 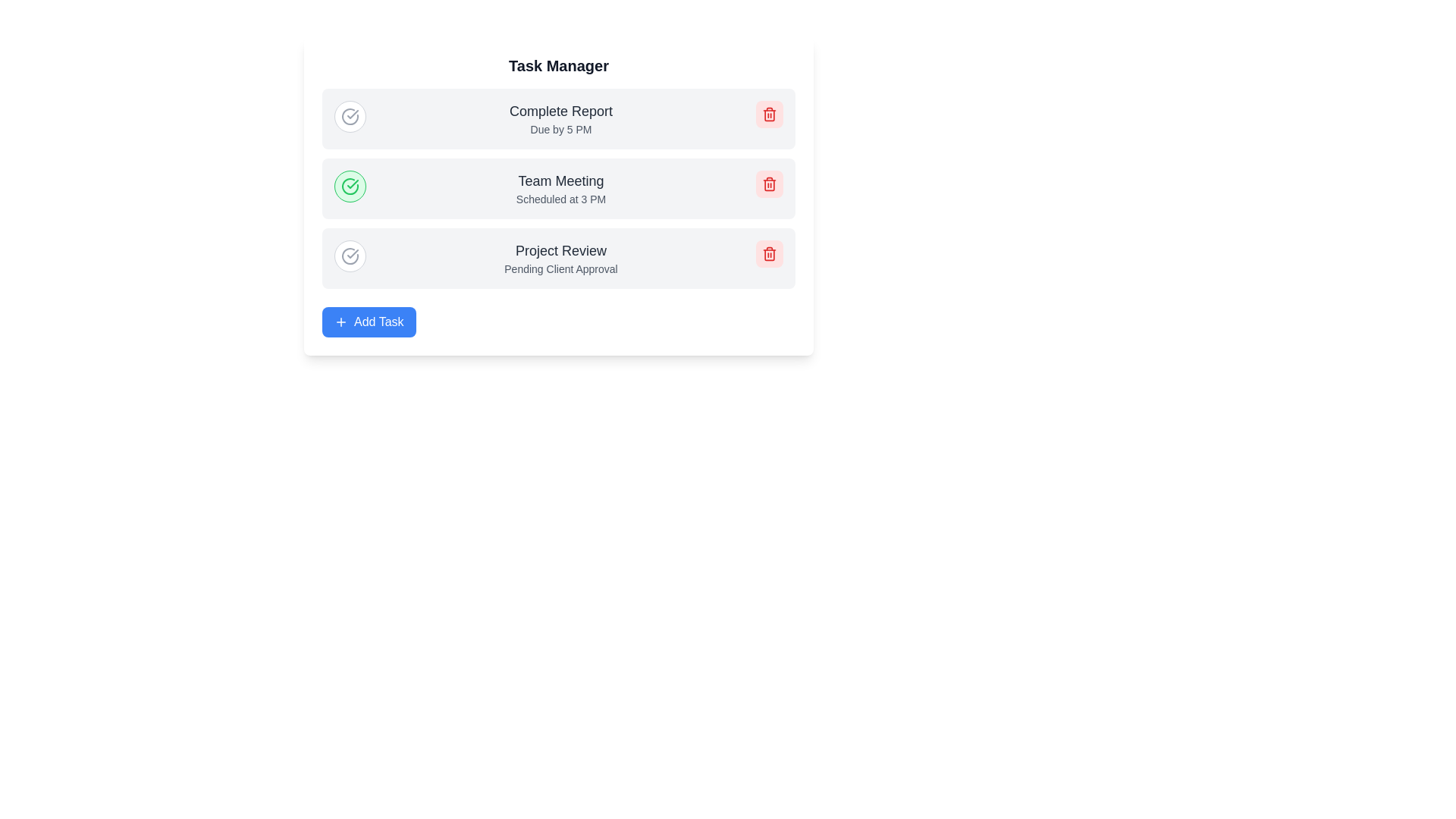 What do you see at coordinates (769, 184) in the screenshot?
I see `the red trash bin icon associated with delete actions` at bounding box center [769, 184].